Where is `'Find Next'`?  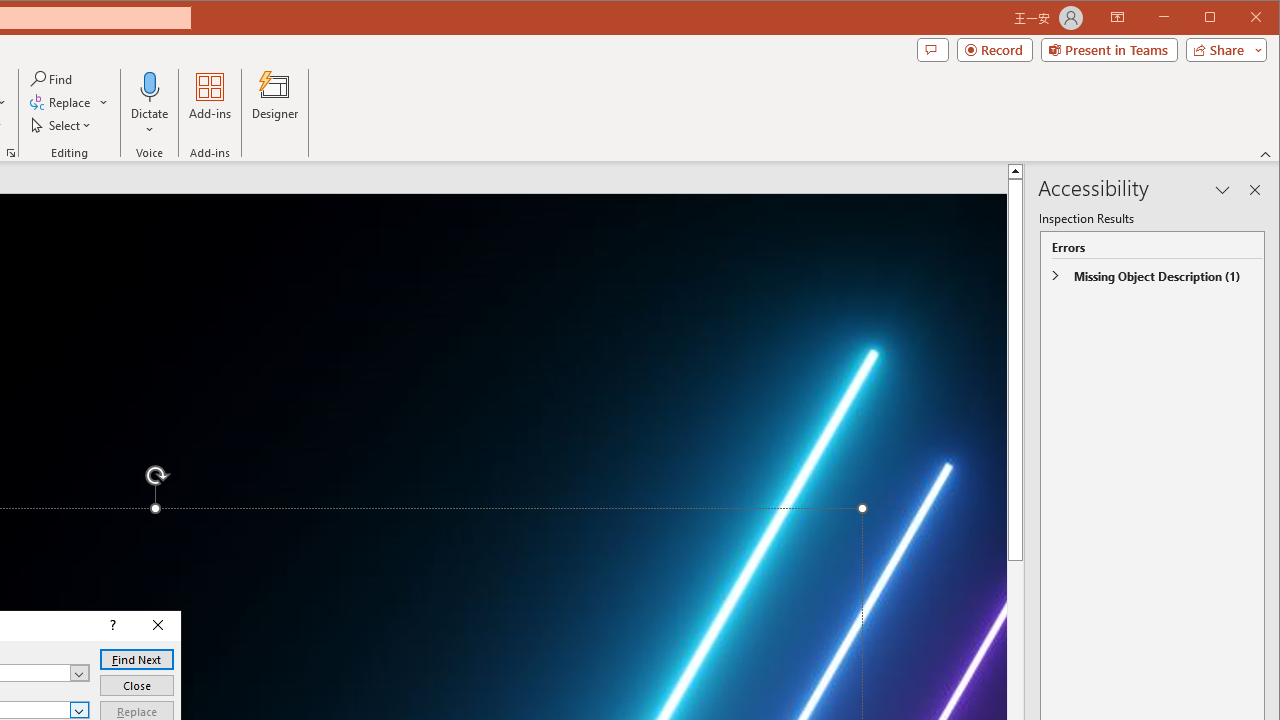
'Find Next' is located at coordinates (135, 659).